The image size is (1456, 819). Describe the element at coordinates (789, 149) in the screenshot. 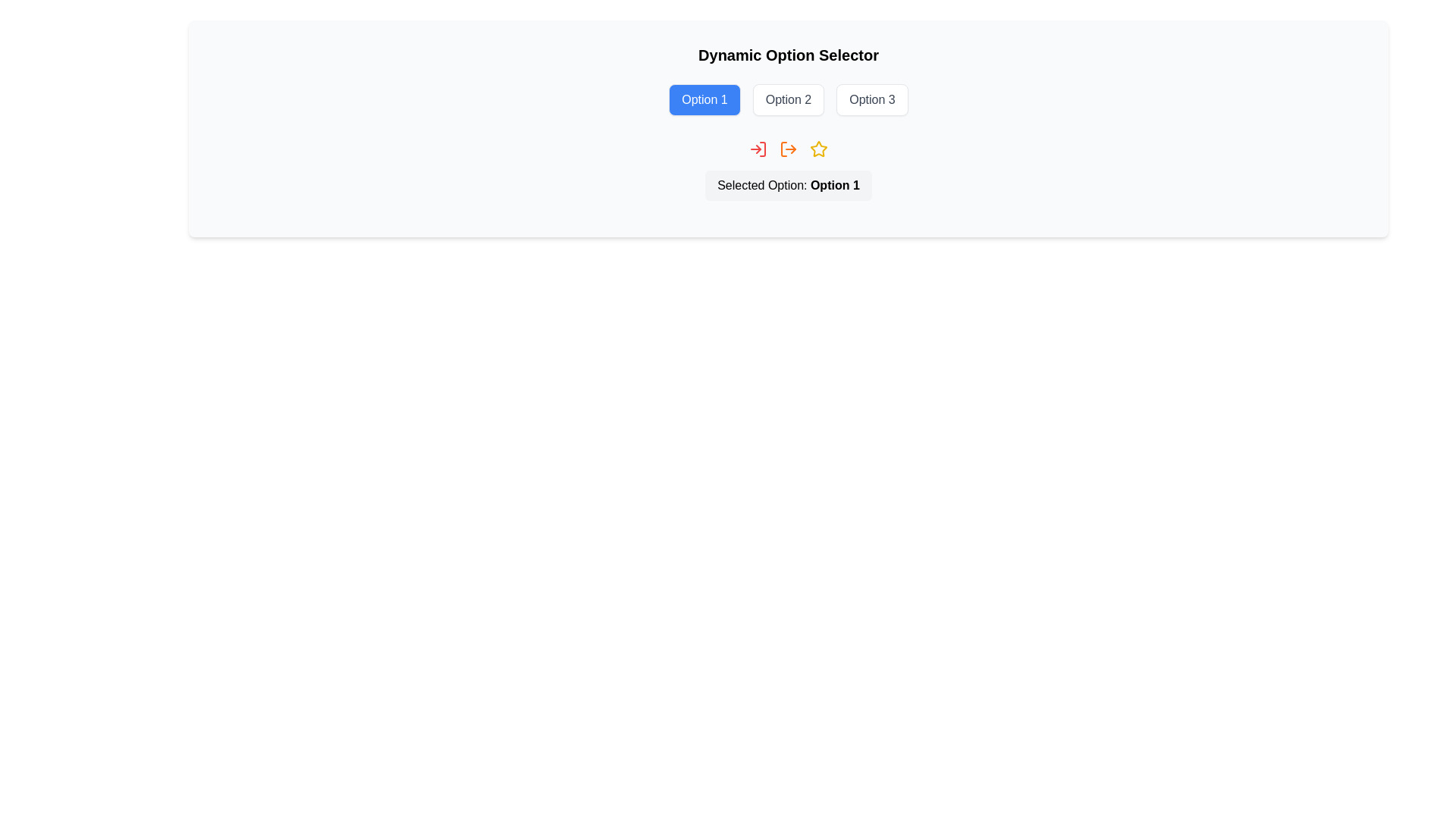

I see `the group of three icons consisting of a red arrow pointing right, an orange arrow, and a yellow star, located beneath the selectable buttons labeled 'Option 1', 'Option 2', and 'Option 3'` at that location.